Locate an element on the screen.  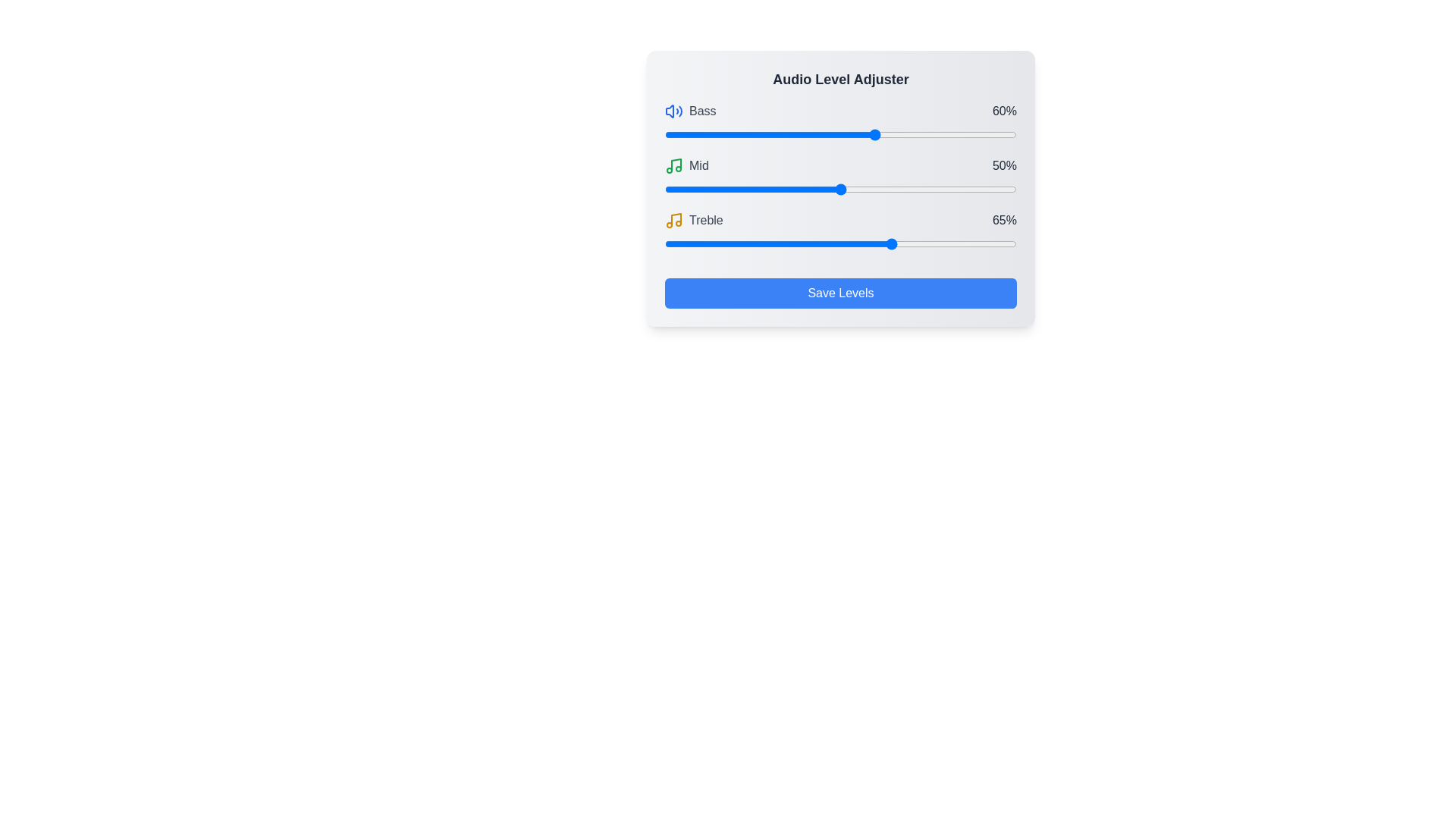
the treble adjustment icon located beside the text 'Treble' in the third row of icons and labels is located at coordinates (676, 219).